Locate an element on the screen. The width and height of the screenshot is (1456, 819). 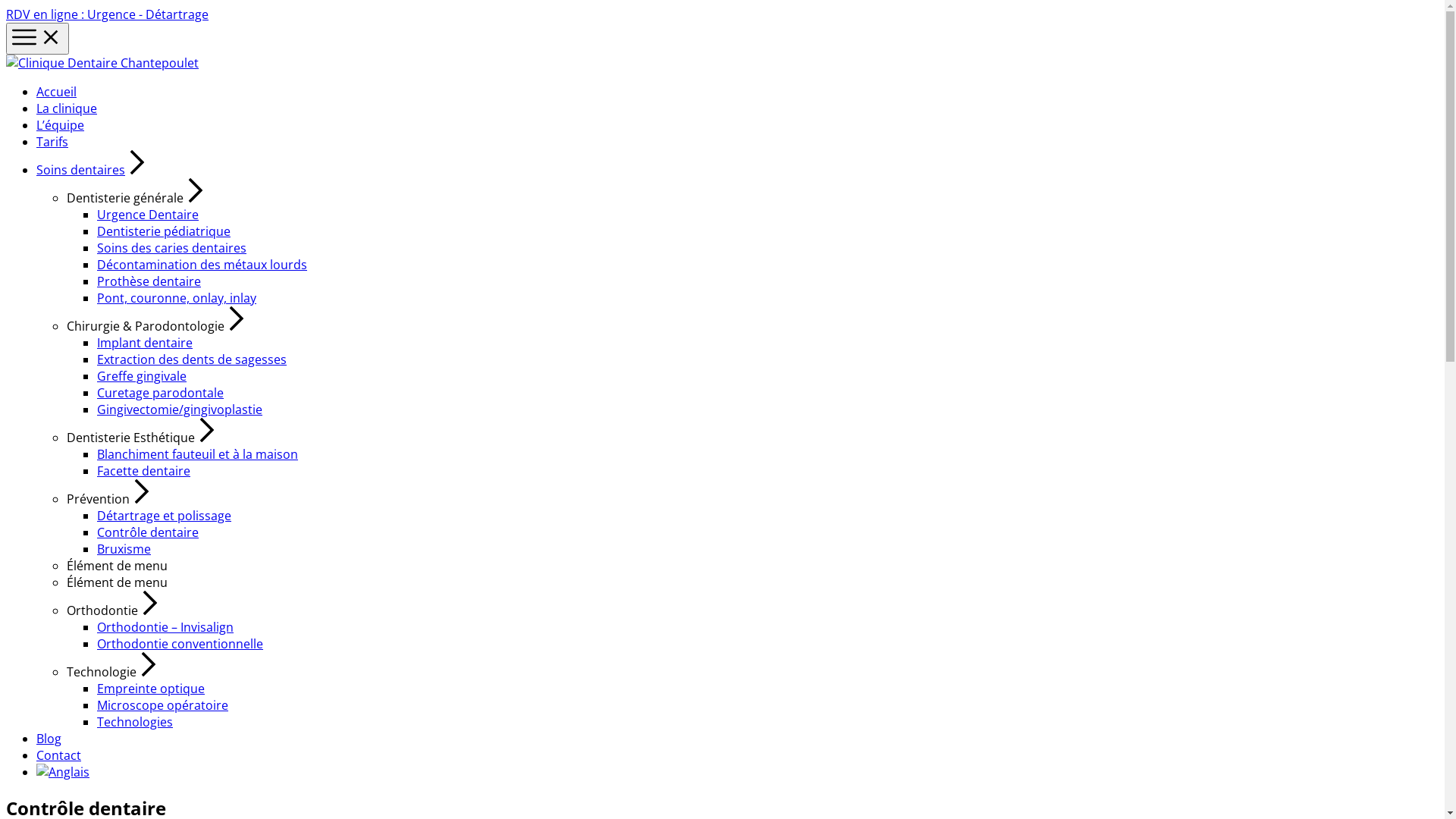
'Blog' is located at coordinates (49, 738).